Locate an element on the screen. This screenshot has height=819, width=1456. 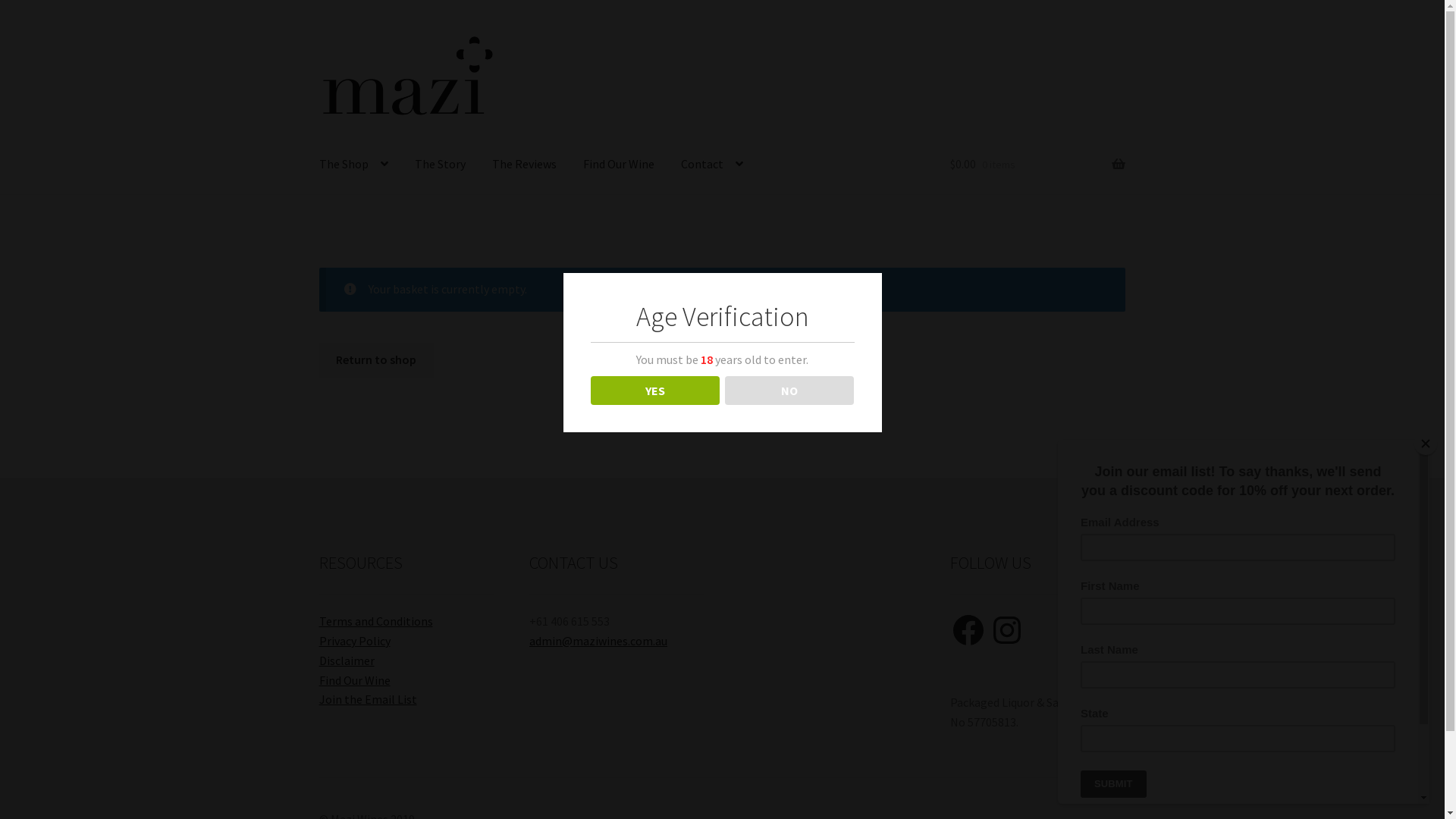
'admin@maziwines.com.au' is located at coordinates (597, 640).